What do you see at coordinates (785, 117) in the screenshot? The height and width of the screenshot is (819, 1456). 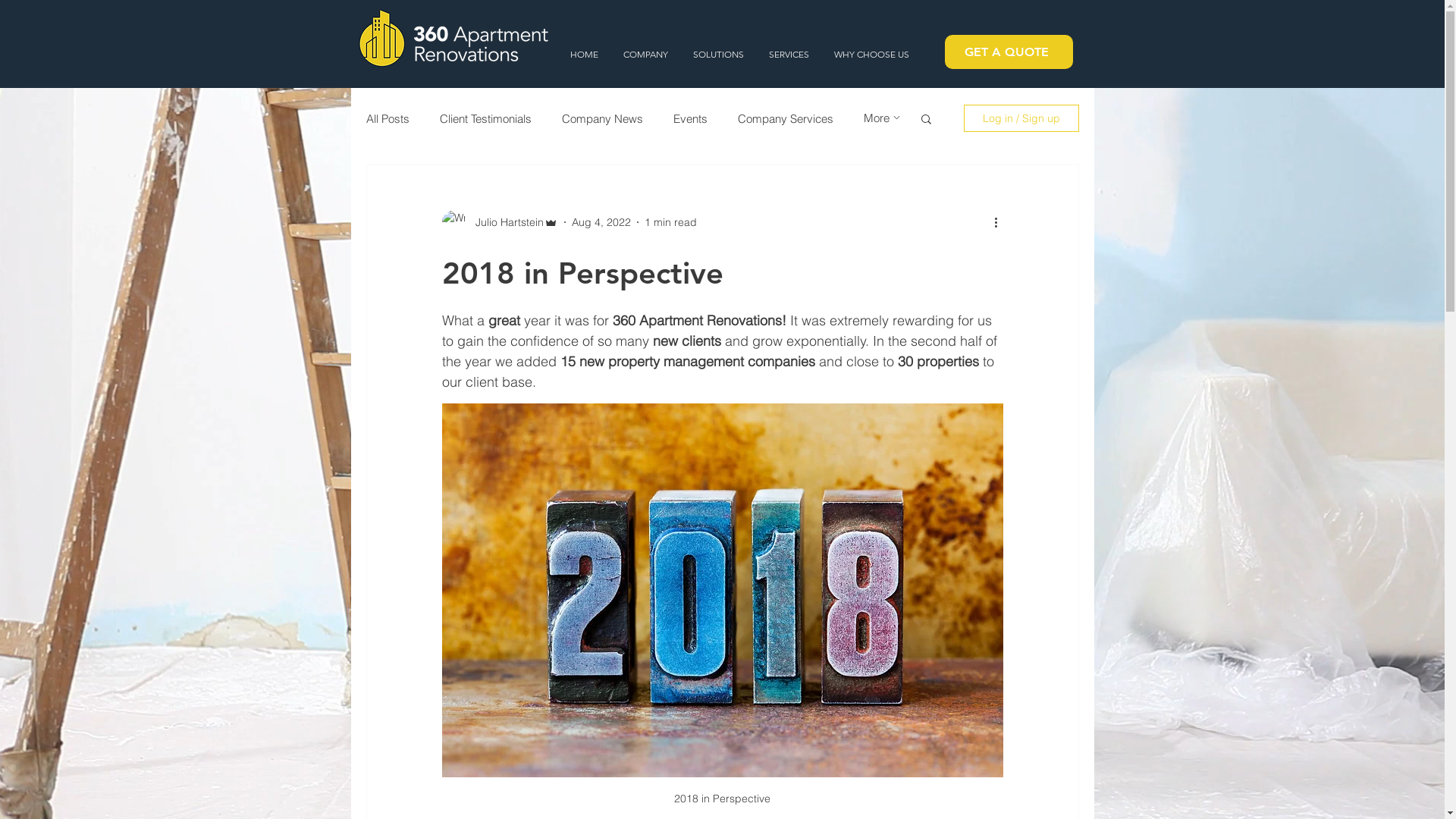 I see `'Company Services'` at bounding box center [785, 117].